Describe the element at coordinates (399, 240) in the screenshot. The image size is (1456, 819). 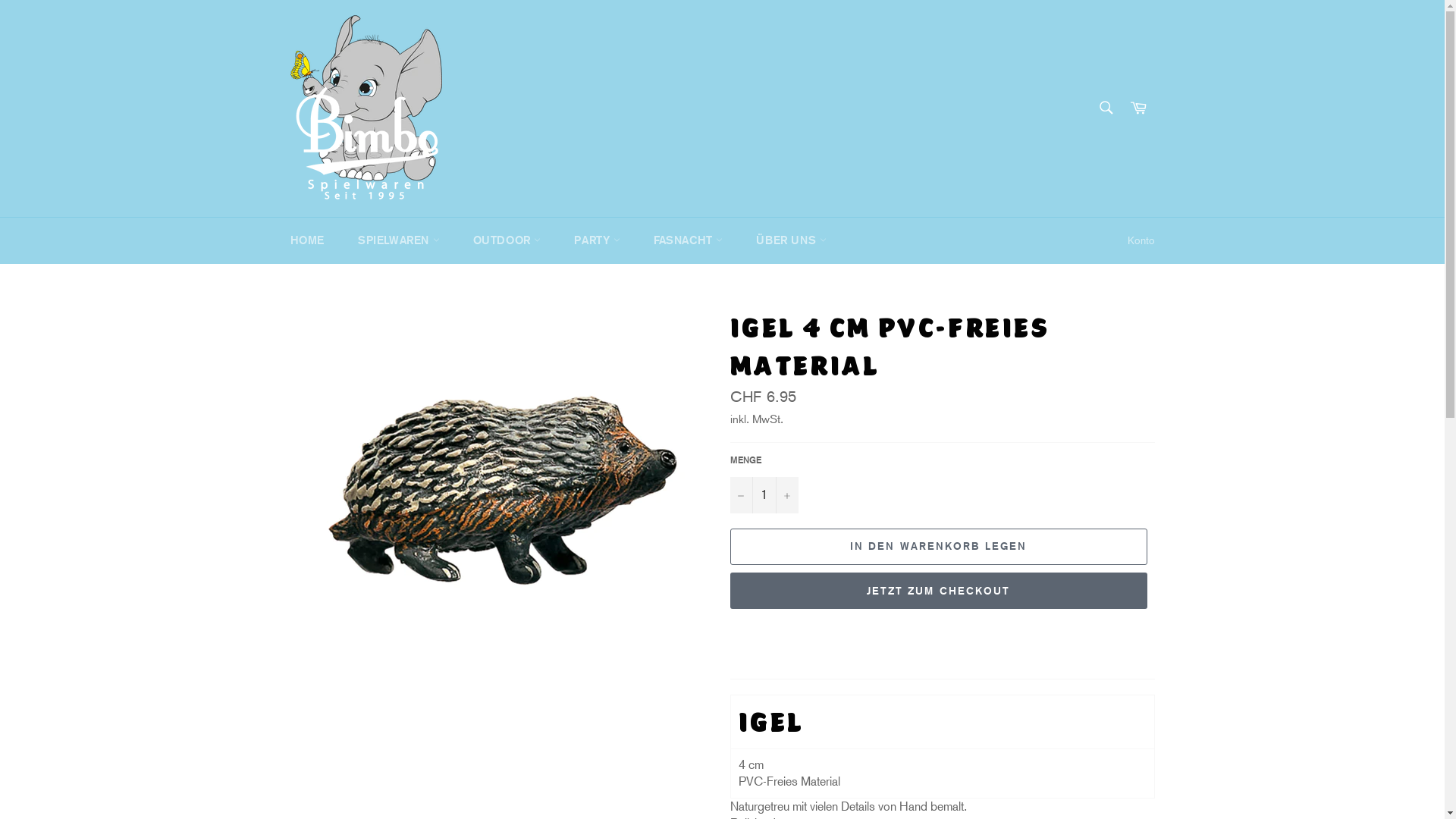
I see `'SPIELWAREN'` at that location.